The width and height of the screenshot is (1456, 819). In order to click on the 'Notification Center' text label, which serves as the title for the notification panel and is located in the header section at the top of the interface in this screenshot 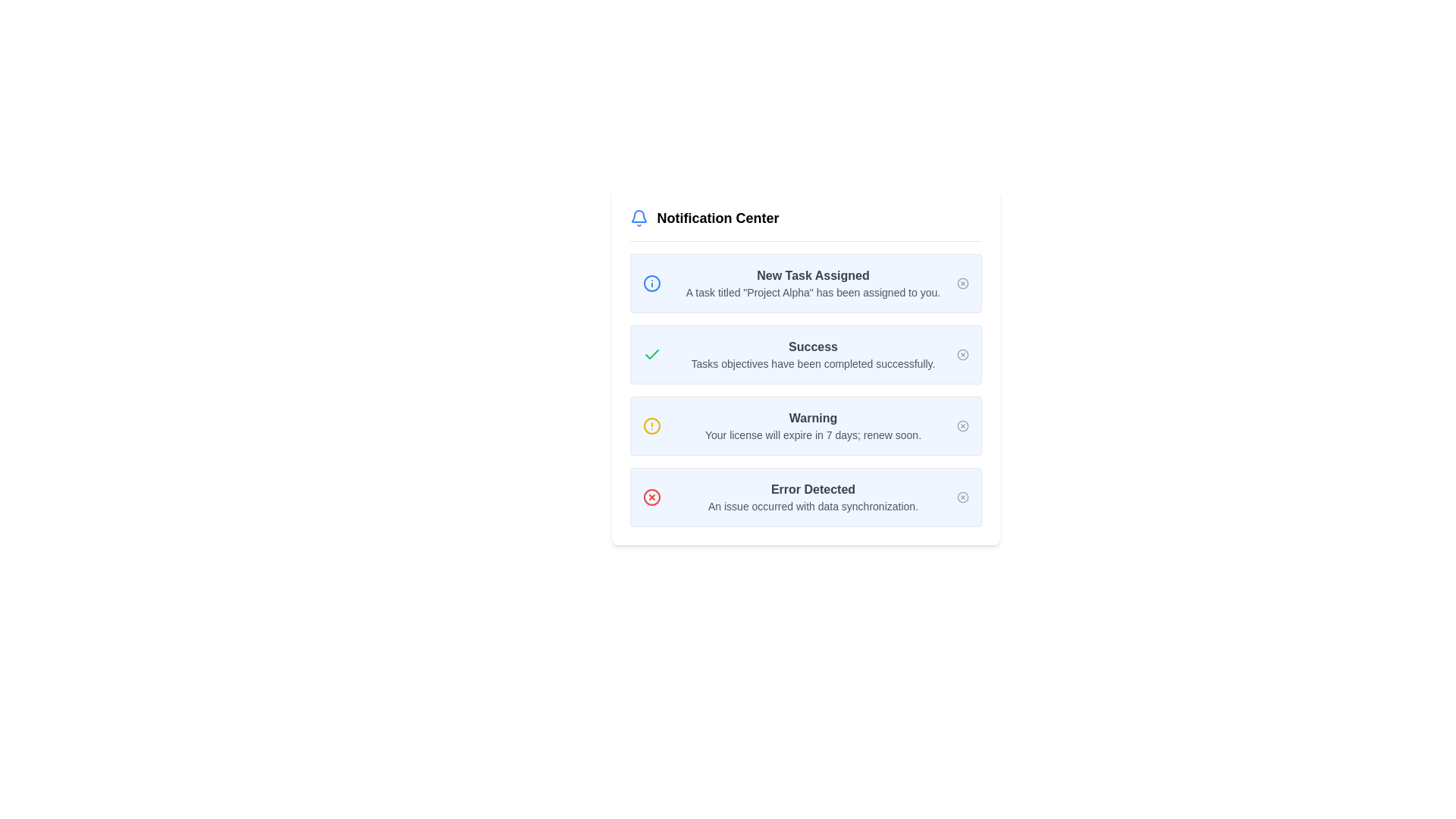, I will do `click(717, 218)`.